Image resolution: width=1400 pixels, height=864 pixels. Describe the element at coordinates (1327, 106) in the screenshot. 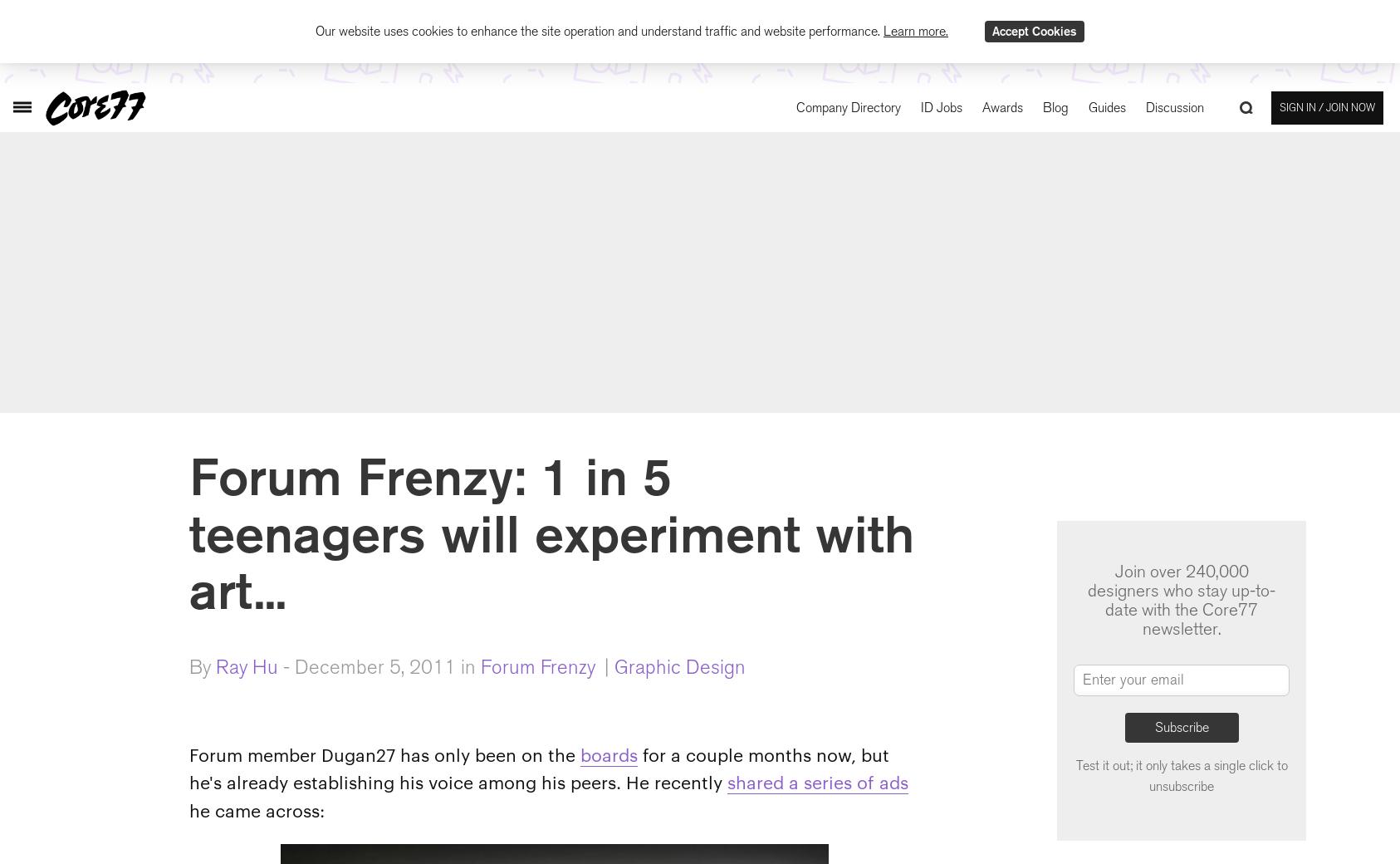

I see `'Sign In / Join Now'` at that location.